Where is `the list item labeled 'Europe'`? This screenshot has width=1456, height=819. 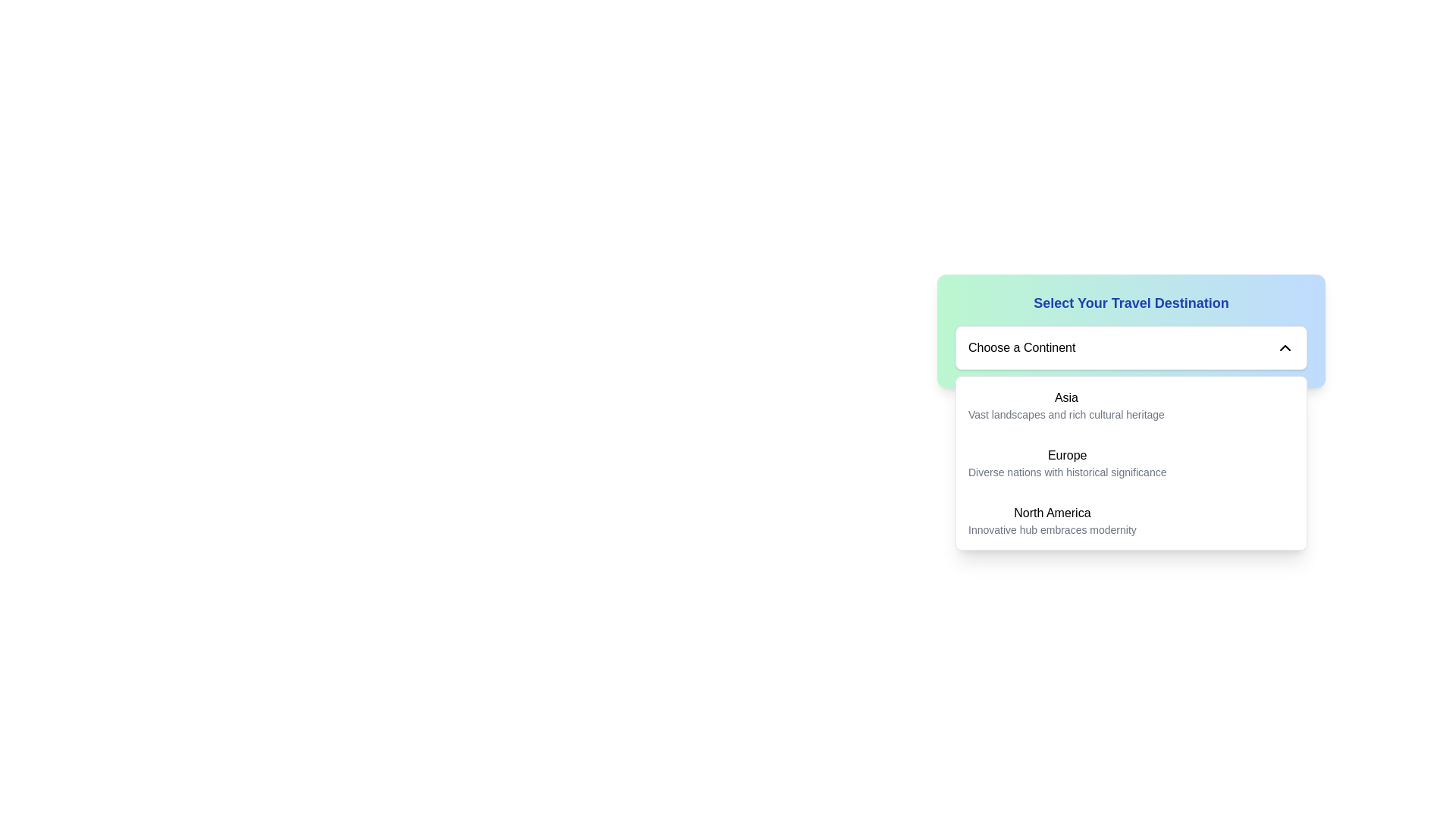 the list item labeled 'Europe' is located at coordinates (1131, 462).